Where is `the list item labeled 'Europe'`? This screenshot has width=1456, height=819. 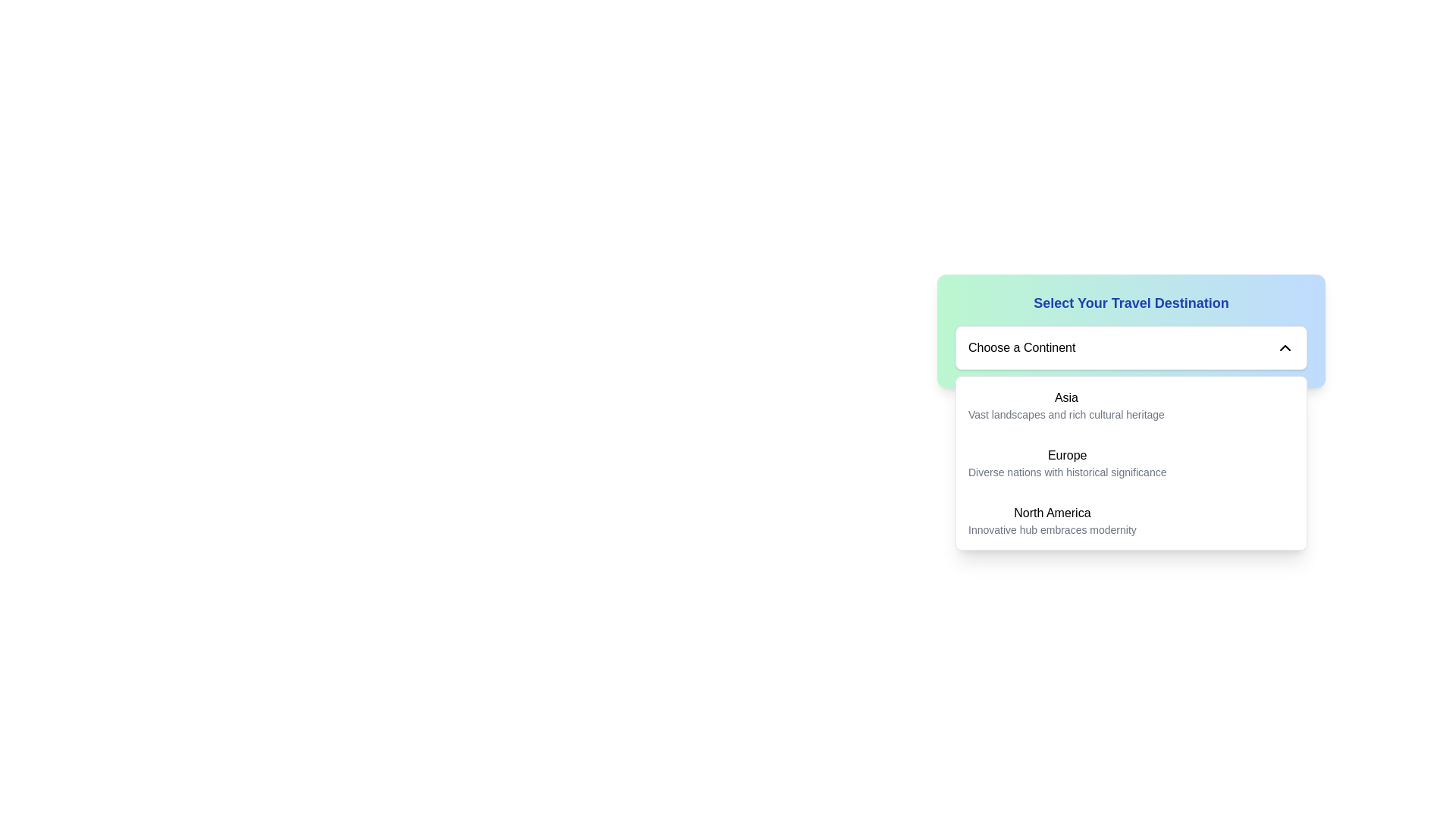 the list item labeled 'Europe' is located at coordinates (1131, 462).